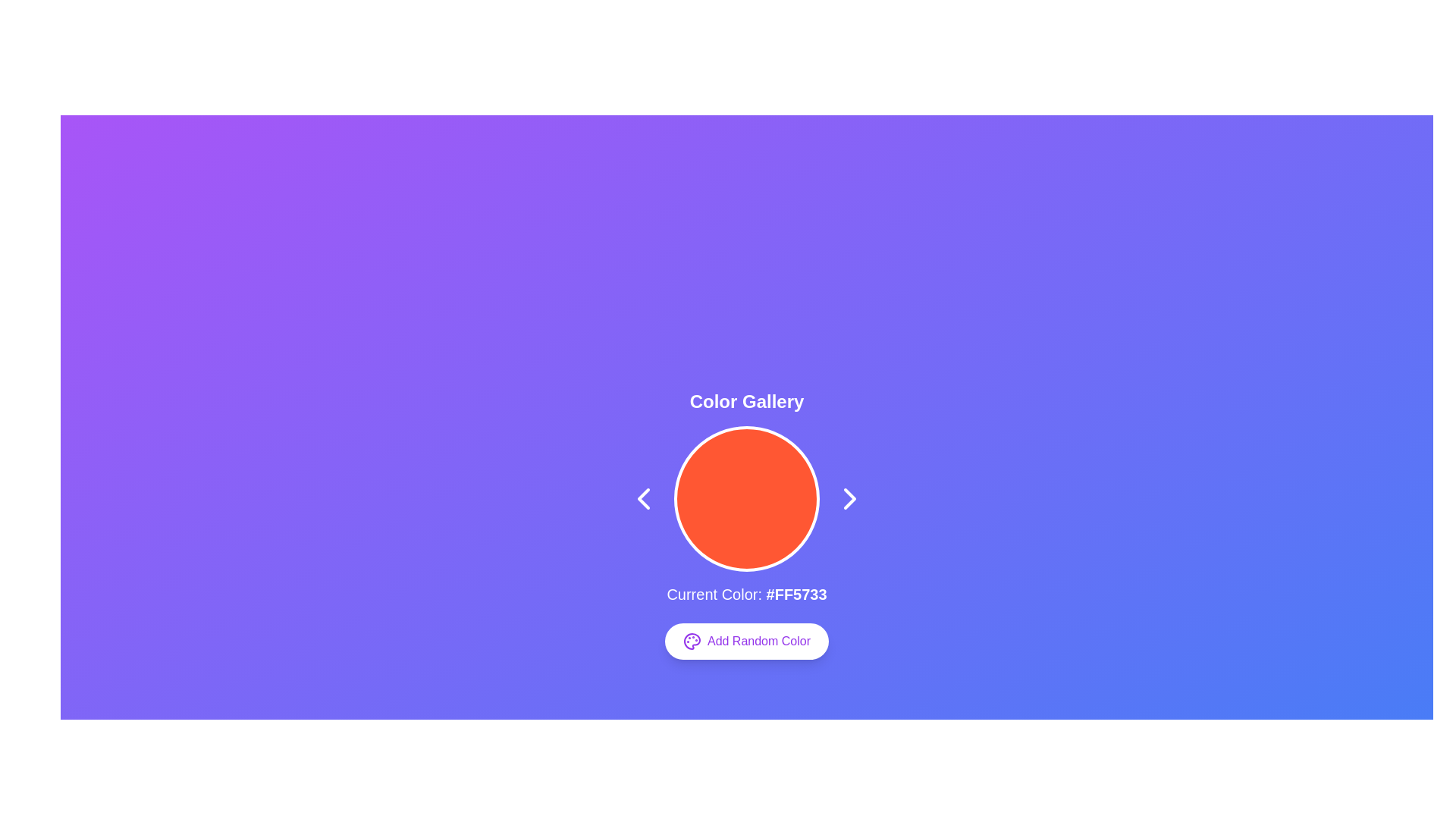  Describe the element at coordinates (746, 593) in the screenshot. I see `the text element displaying 'Current Color: #FF5733' in white, bold font, located below the color swatch and above the 'Add Random Color' button` at that location.